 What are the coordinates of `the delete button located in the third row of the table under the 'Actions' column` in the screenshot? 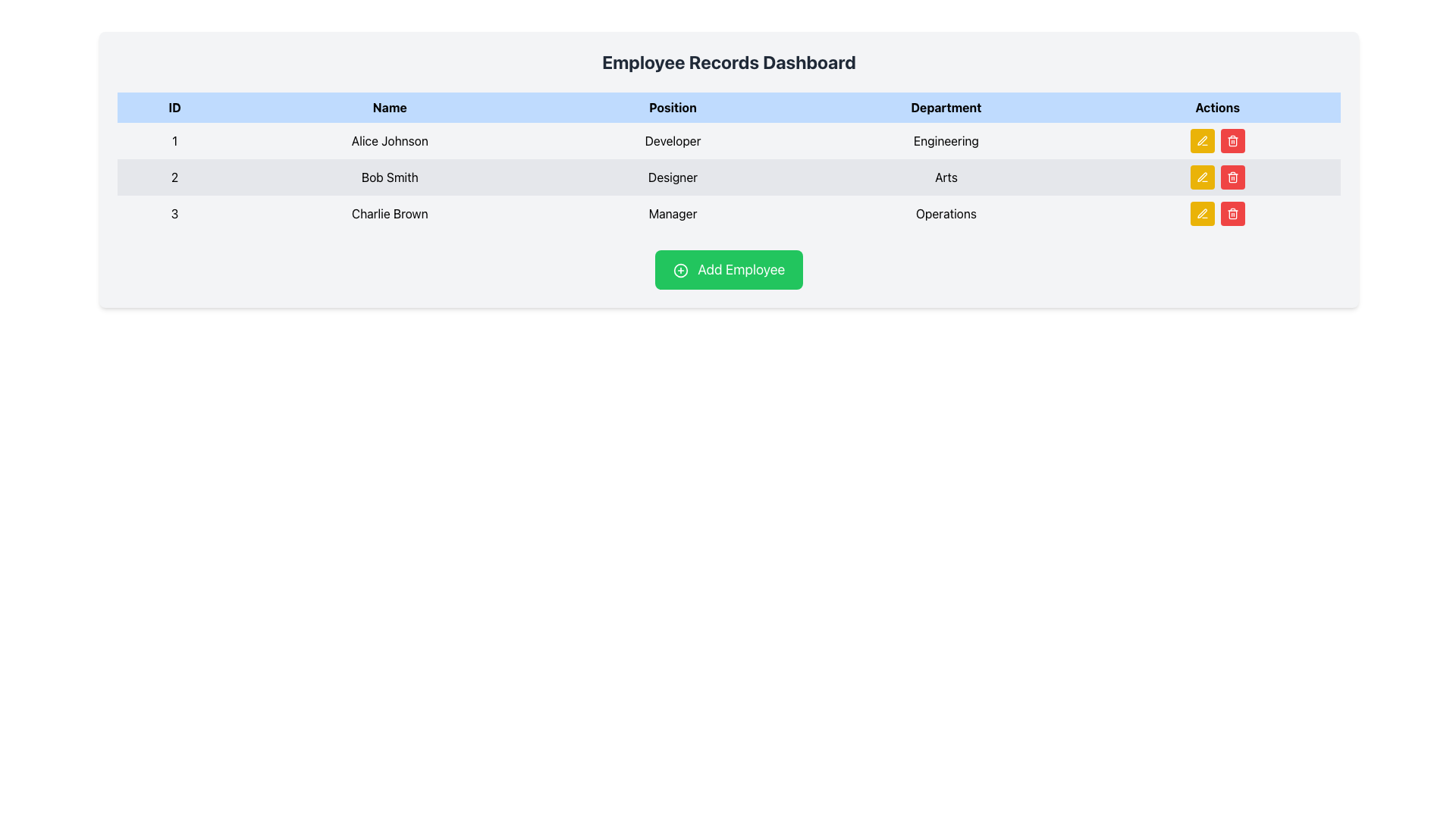 It's located at (1232, 140).